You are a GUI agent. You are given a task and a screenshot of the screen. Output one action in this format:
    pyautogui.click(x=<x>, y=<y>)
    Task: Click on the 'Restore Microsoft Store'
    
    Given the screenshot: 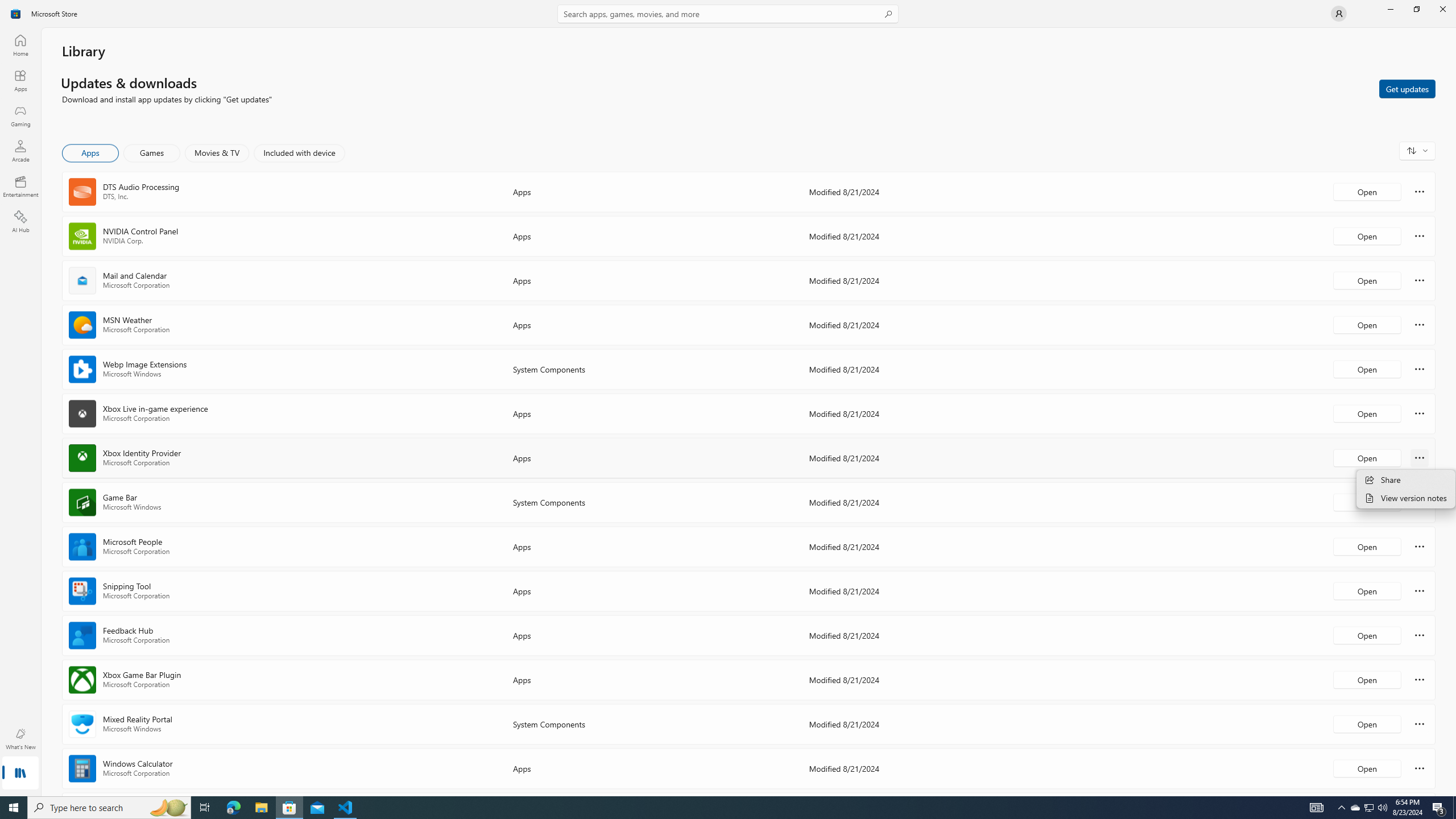 What is the action you would take?
    pyautogui.click(x=1416, y=9)
    